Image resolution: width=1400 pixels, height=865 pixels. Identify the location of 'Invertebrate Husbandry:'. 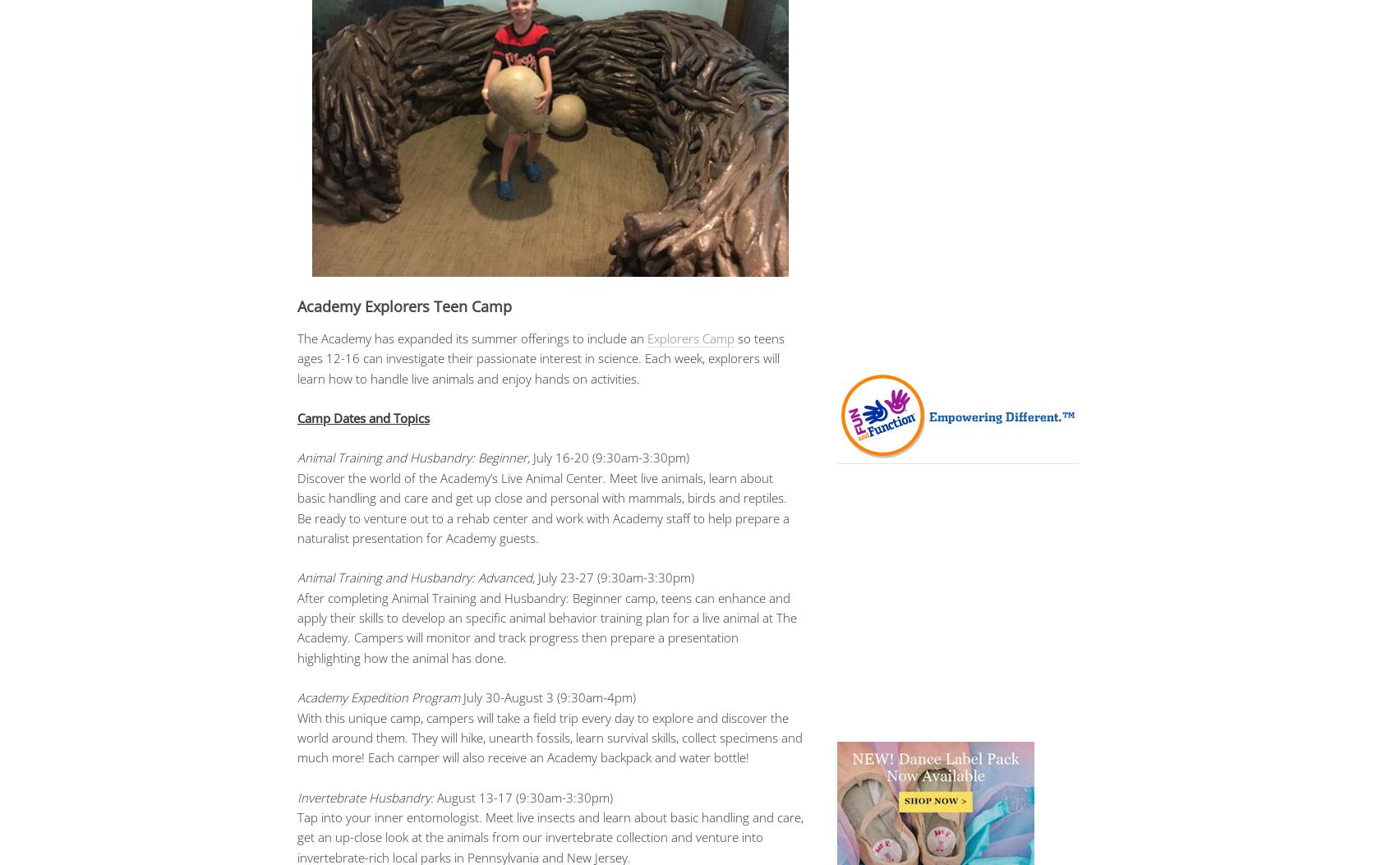
(366, 797).